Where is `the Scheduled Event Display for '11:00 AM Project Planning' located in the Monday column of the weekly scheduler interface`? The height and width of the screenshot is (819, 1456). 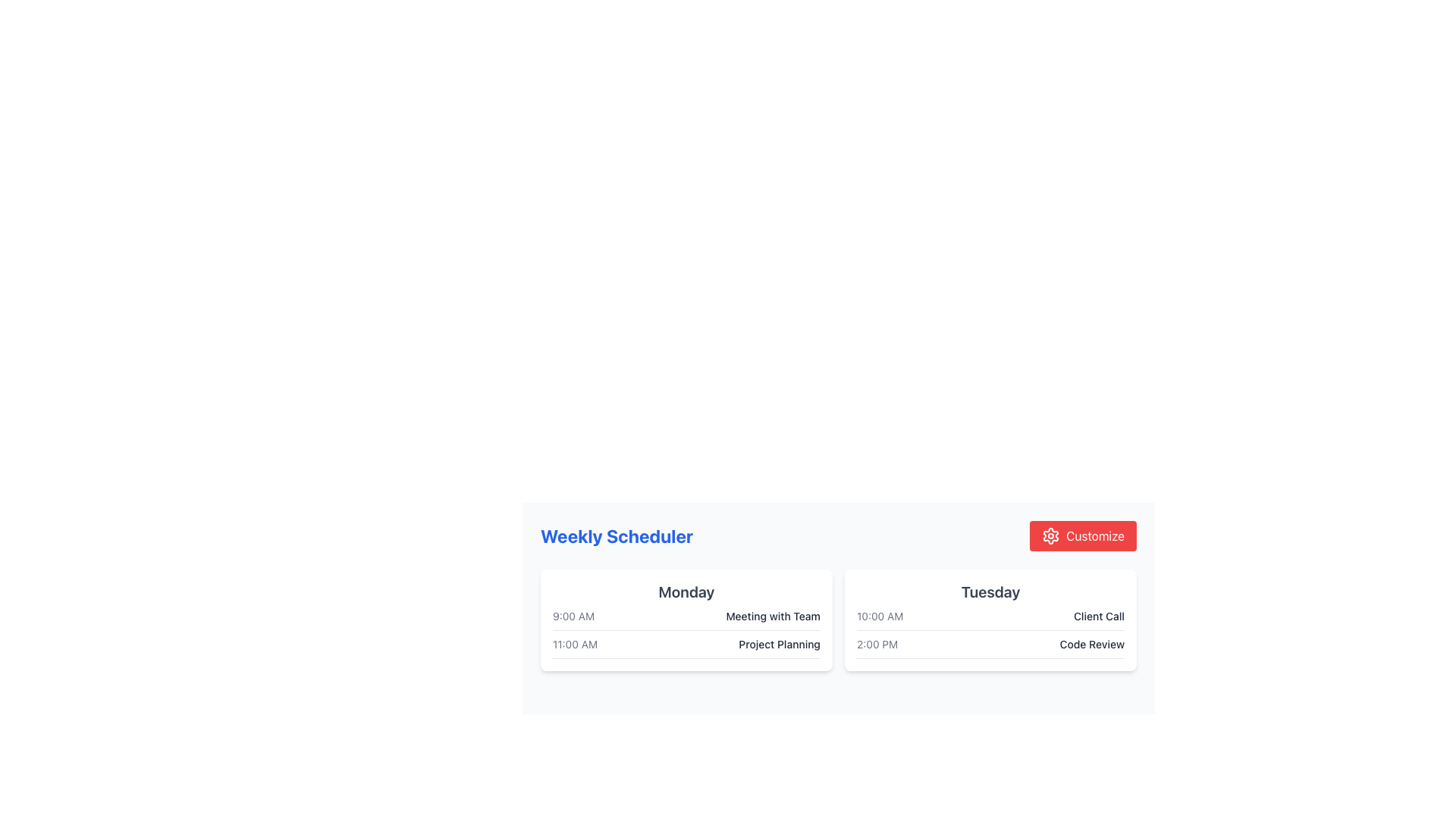
the Scheduled Event Display for '11:00 AM Project Planning' located in the Monday column of the weekly scheduler interface is located at coordinates (686, 645).